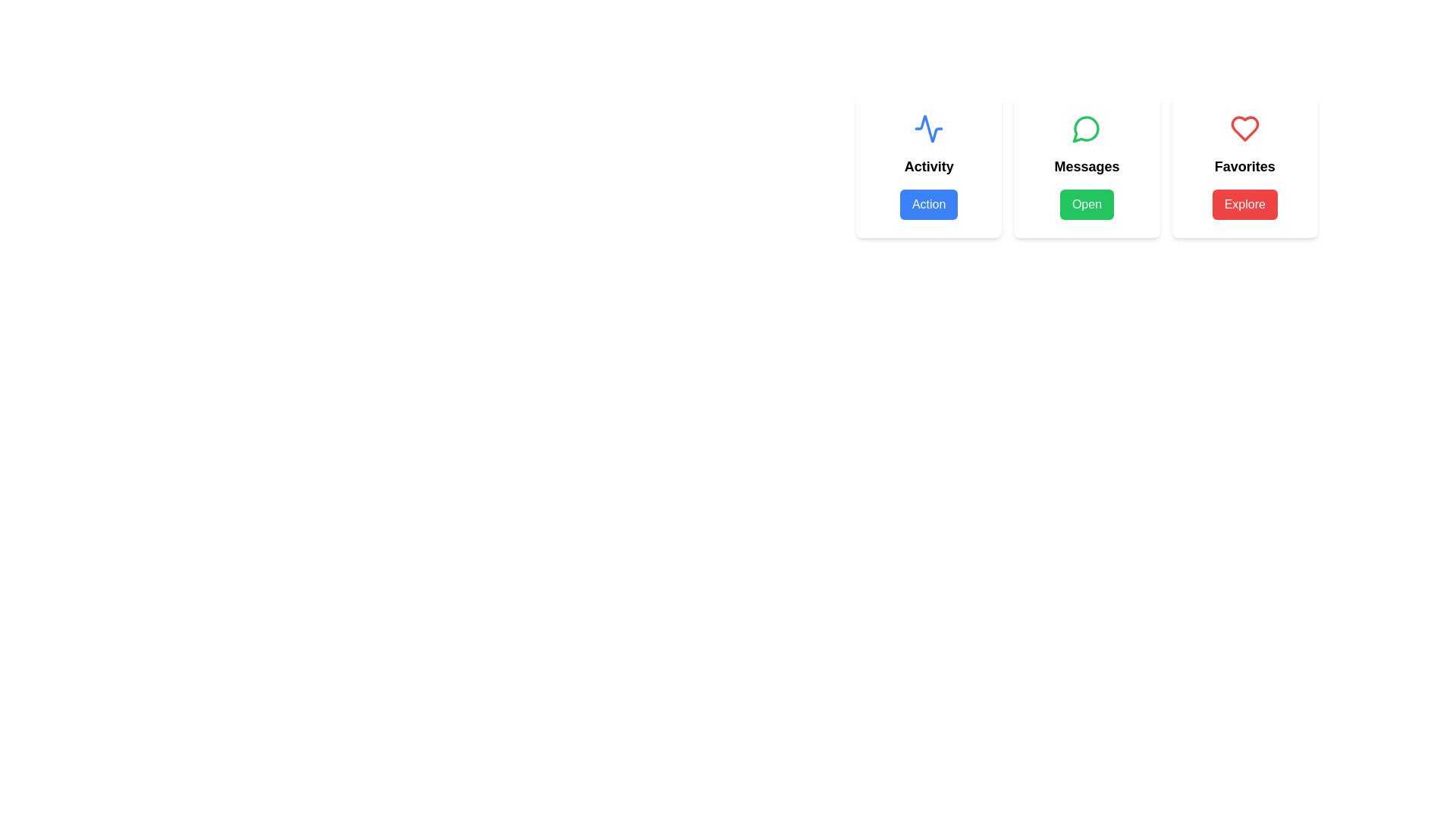 The height and width of the screenshot is (819, 1456). What do you see at coordinates (1244, 127) in the screenshot?
I see `the decorative icon associated with the Favorites feature located at the top of the rightmost card in a group of three horizontally aligned cards` at bounding box center [1244, 127].